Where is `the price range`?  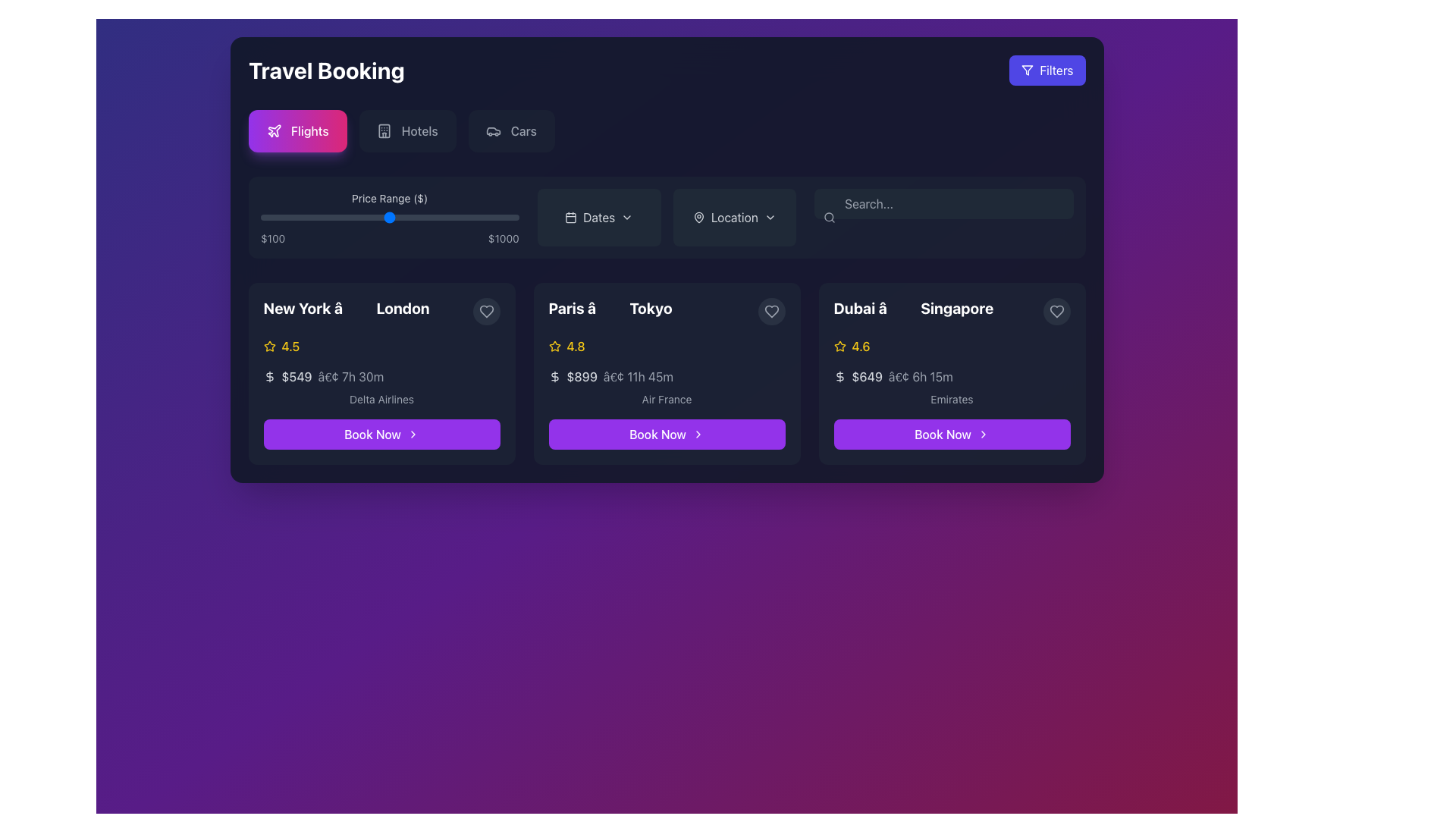
the price range is located at coordinates (301, 217).